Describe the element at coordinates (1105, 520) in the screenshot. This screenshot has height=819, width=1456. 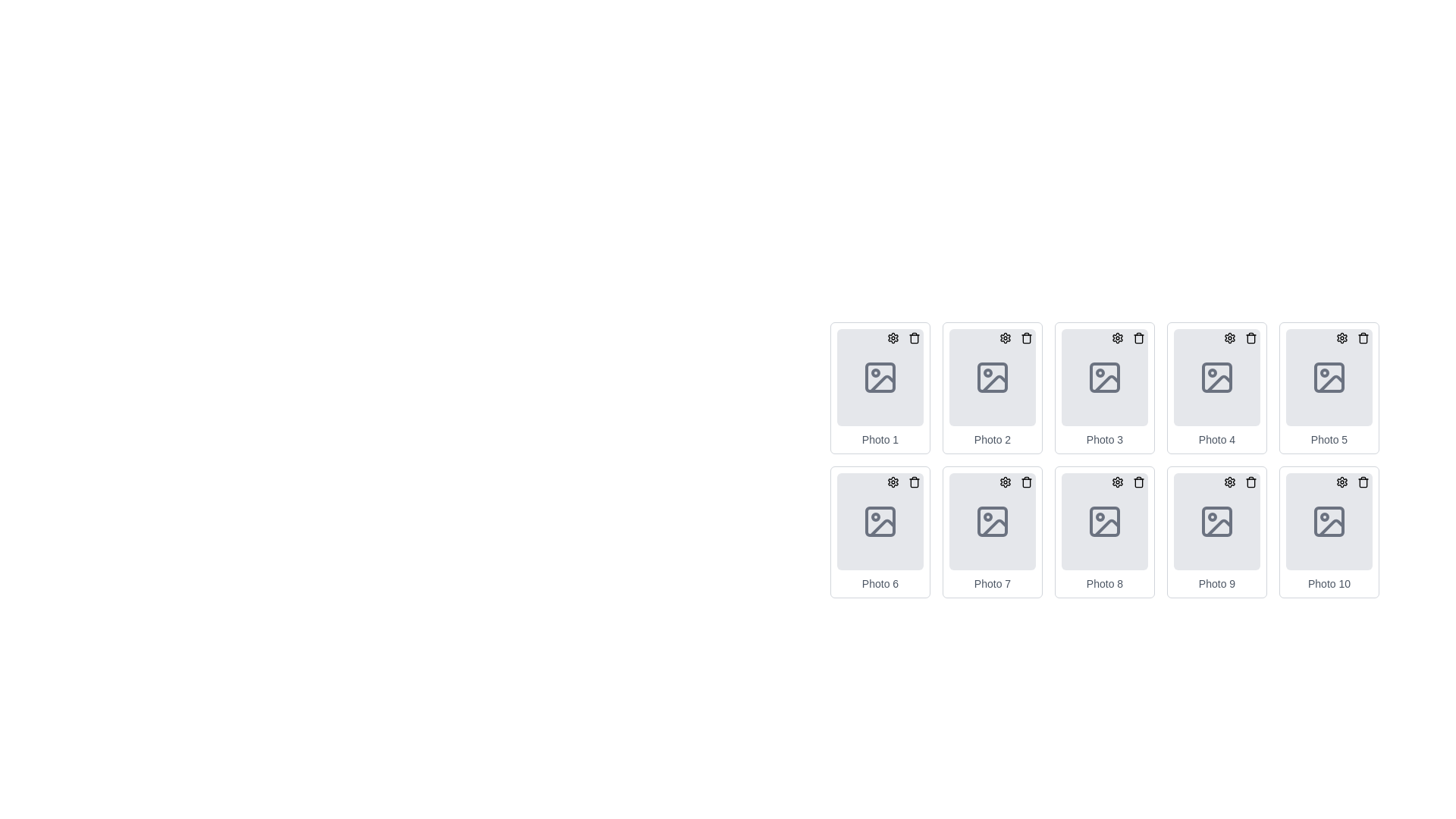
I see `an image onto the Image Placeholder labeled 'Photo 8' located in the second row, third column of the grid` at that location.